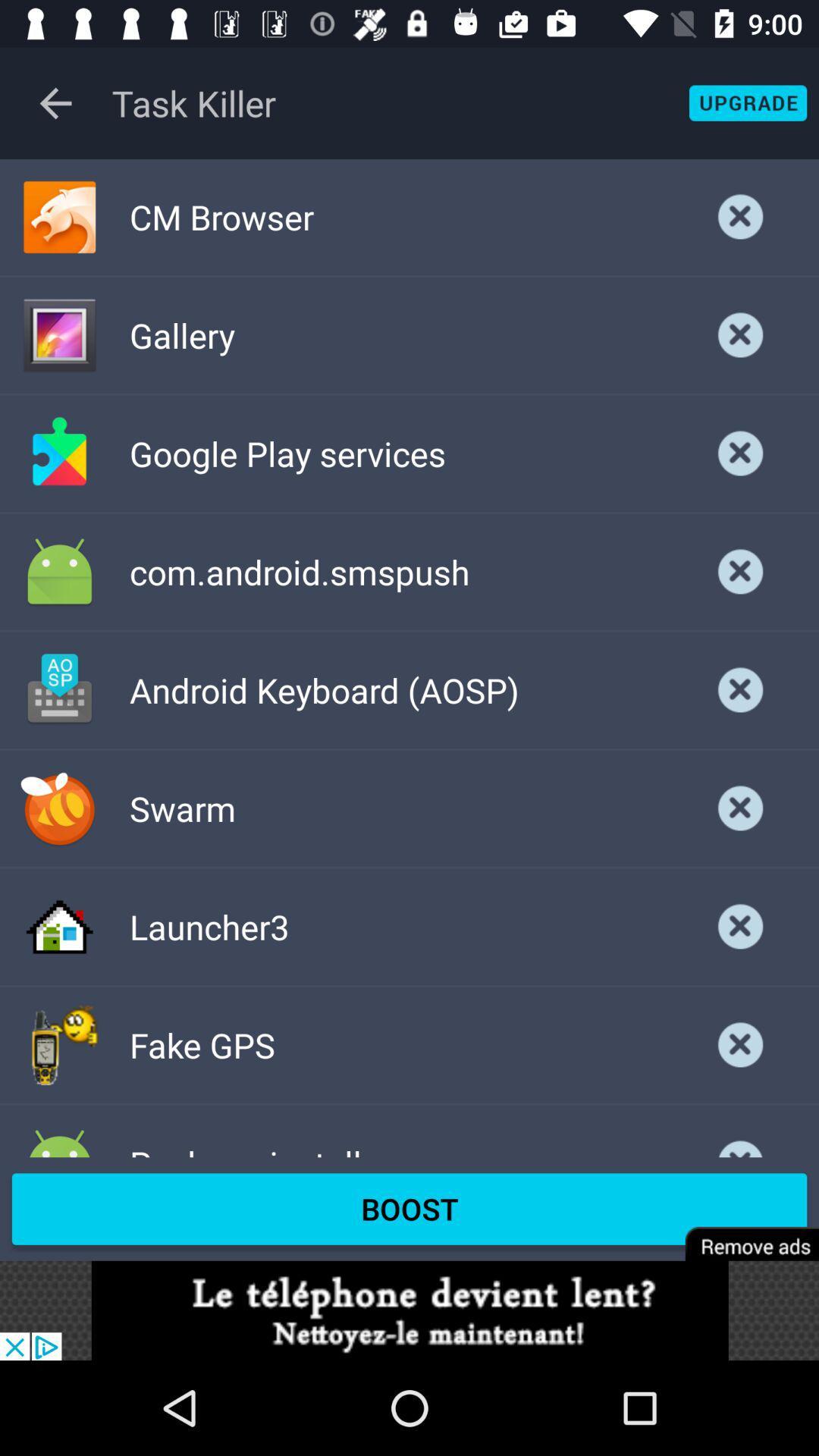 This screenshot has height=1456, width=819. What do you see at coordinates (740, 1136) in the screenshot?
I see `delete this option` at bounding box center [740, 1136].